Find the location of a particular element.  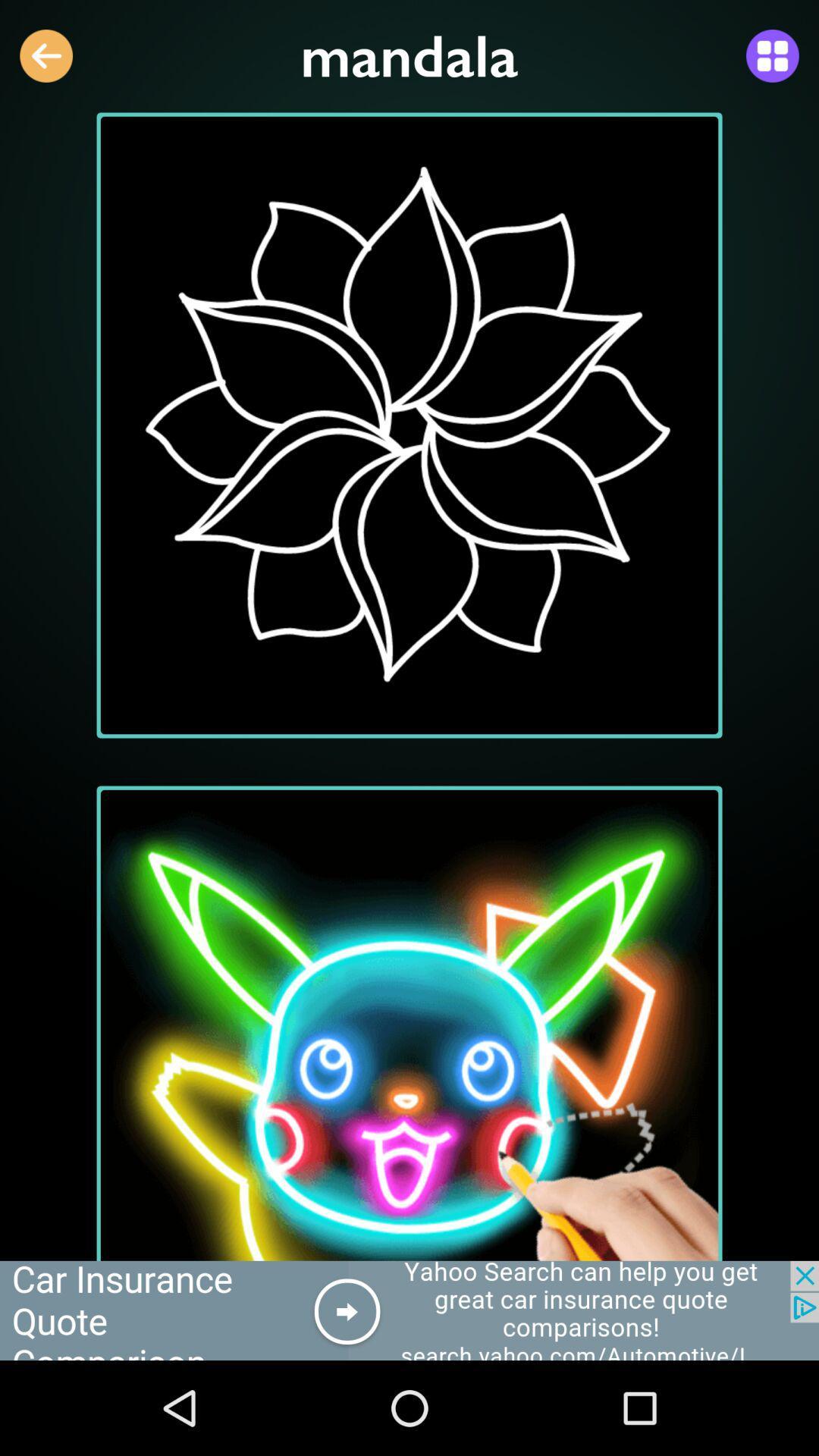

the arrow_backward icon is located at coordinates (45, 55).